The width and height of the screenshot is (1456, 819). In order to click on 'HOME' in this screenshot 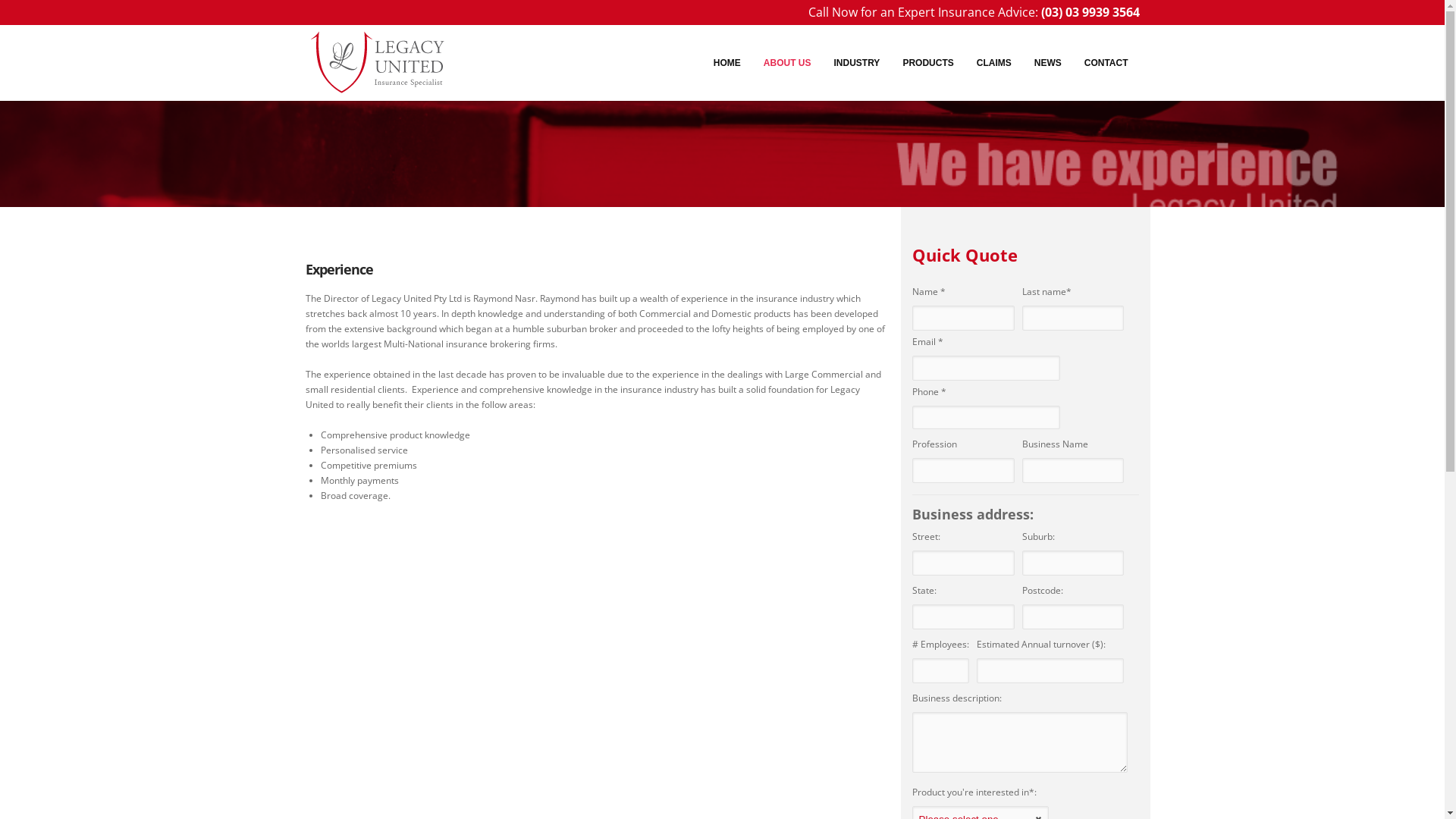, I will do `click(726, 62)`.